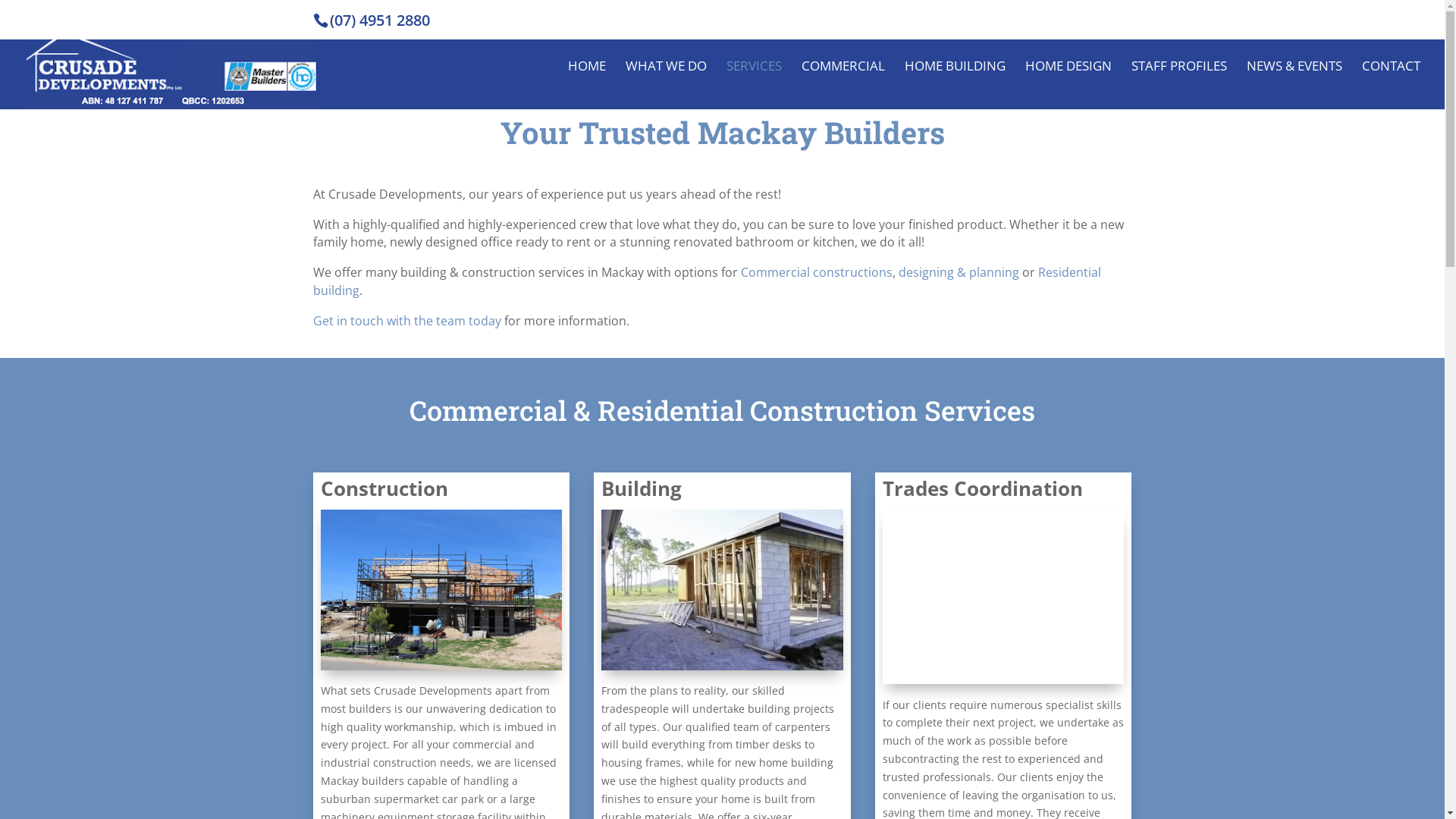 The width and height of the screenshot is (1456, 819). What do you see at coordinates (1294, 84) in the screenshot?
I see `'NEWS & EVENTS'` at bounding box center [1294, 84].